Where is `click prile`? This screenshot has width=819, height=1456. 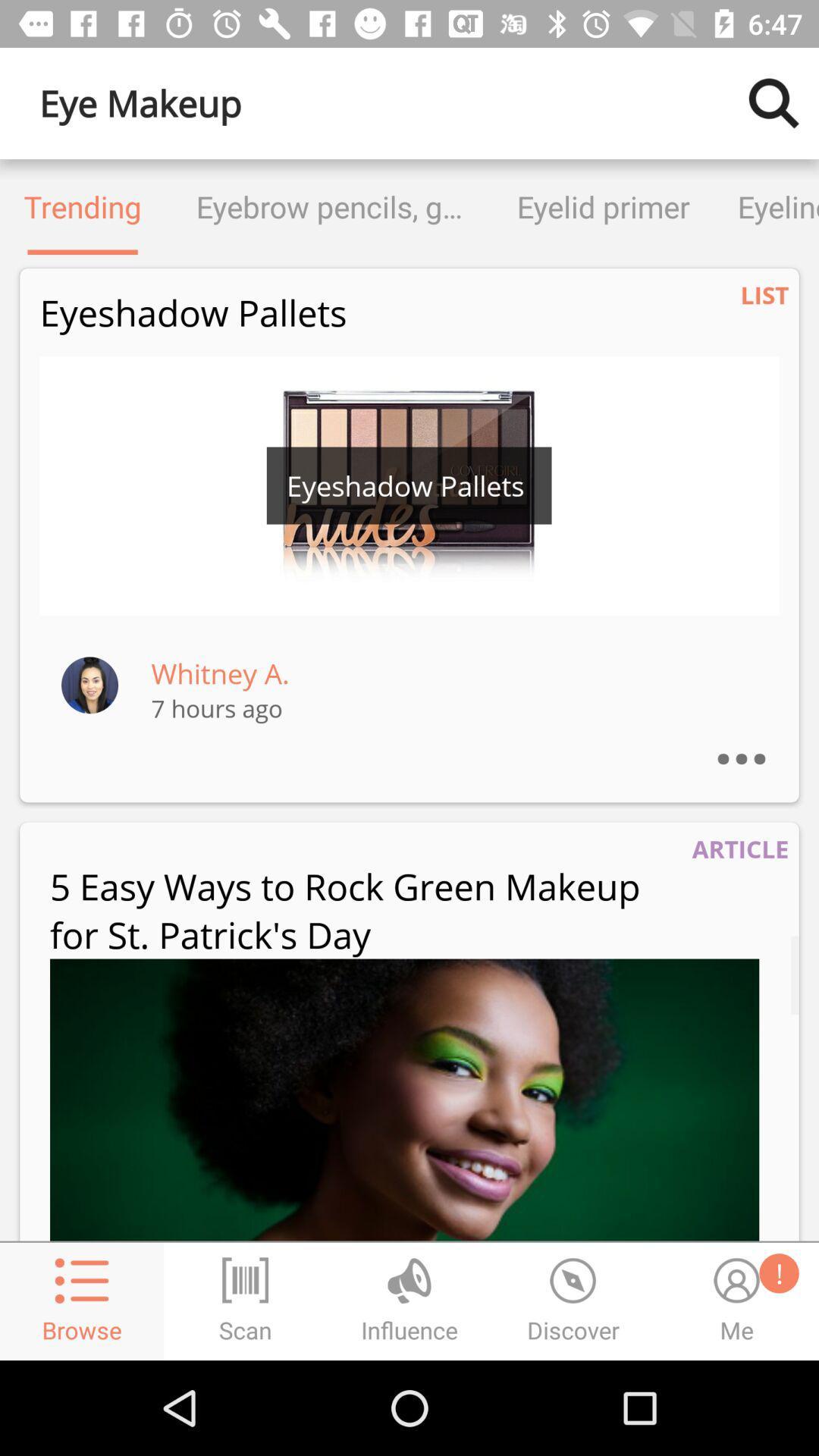 click prile is located at coordinates (89, 684).